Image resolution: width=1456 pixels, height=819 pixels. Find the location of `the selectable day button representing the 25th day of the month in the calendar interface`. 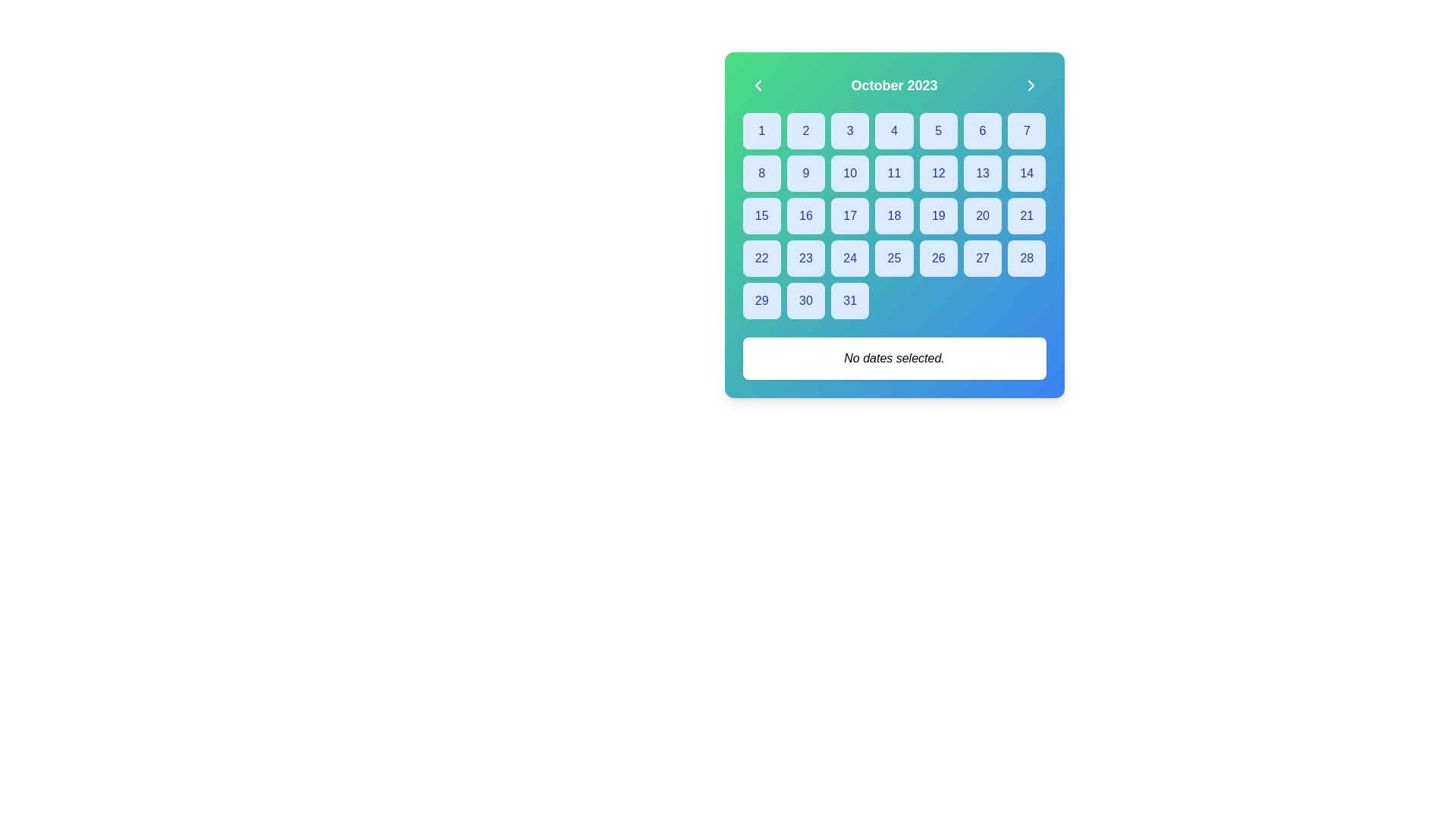

the selectable day button representing the 25th day of the month in the calendar interface is located at coordinates (894, 257).